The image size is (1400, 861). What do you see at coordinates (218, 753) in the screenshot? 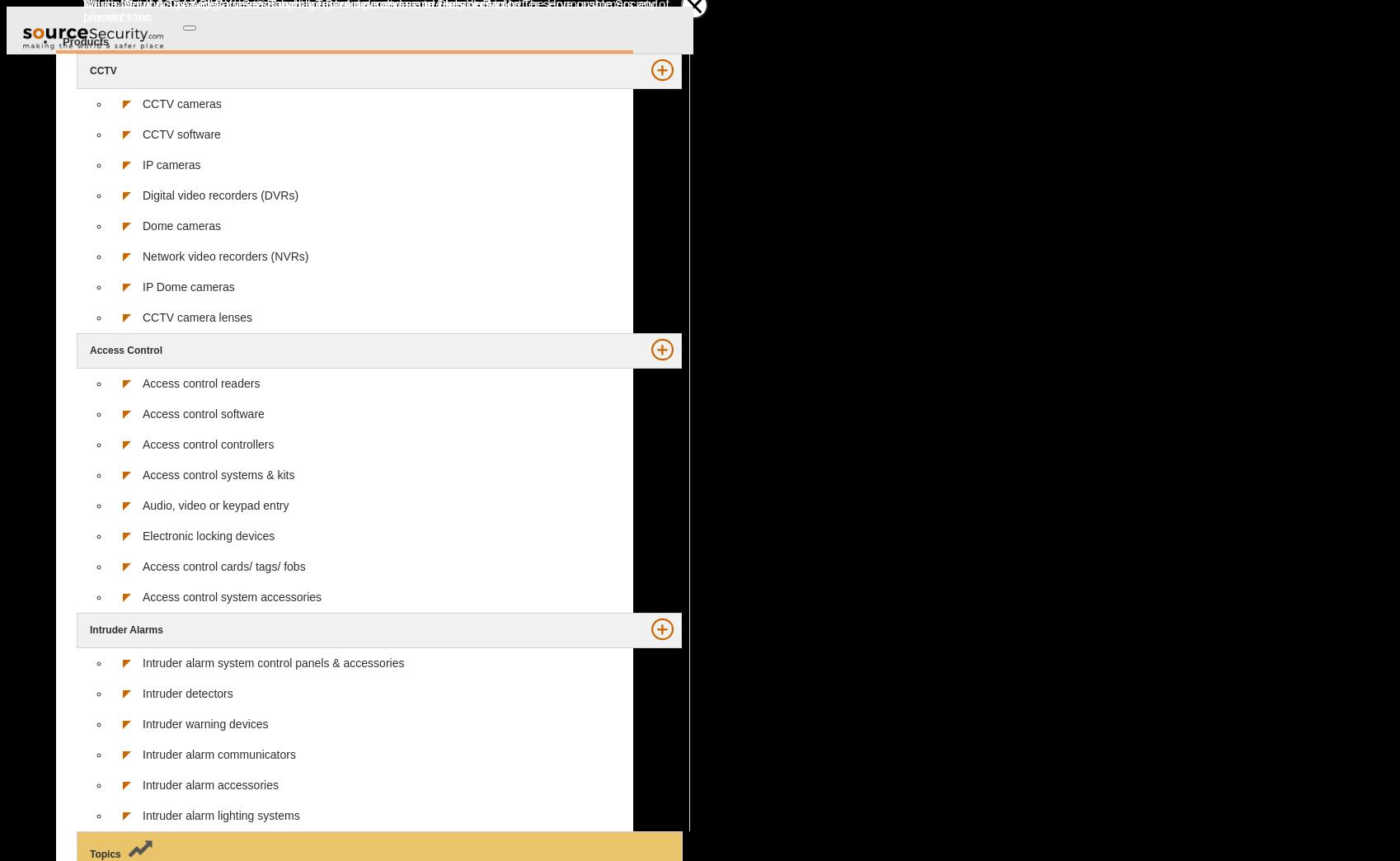
I see `'Intruder alarm communicators'` at bounding box center [218, 753].